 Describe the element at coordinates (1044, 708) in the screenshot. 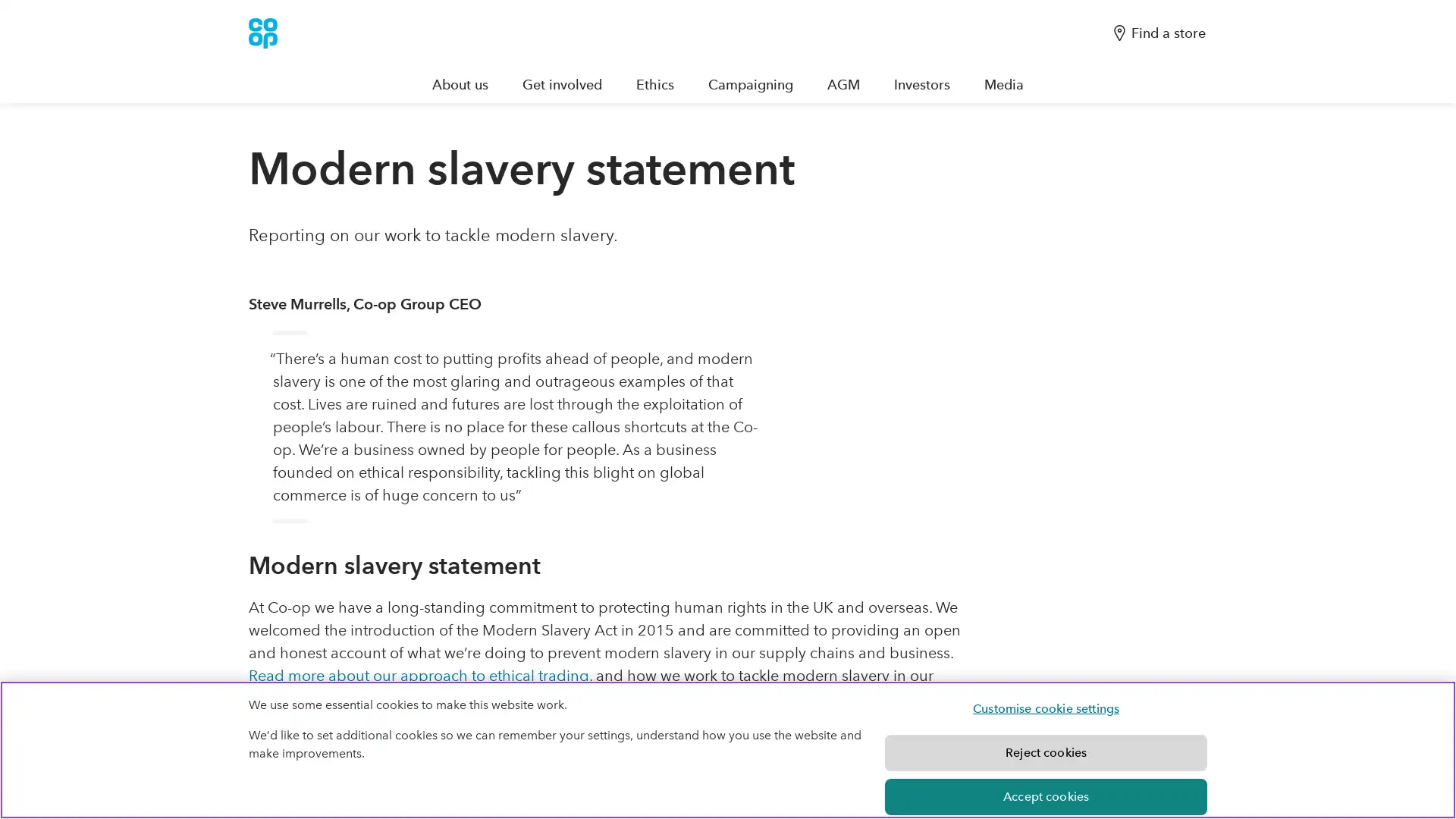

I see `Customise cookie settings` at that location.